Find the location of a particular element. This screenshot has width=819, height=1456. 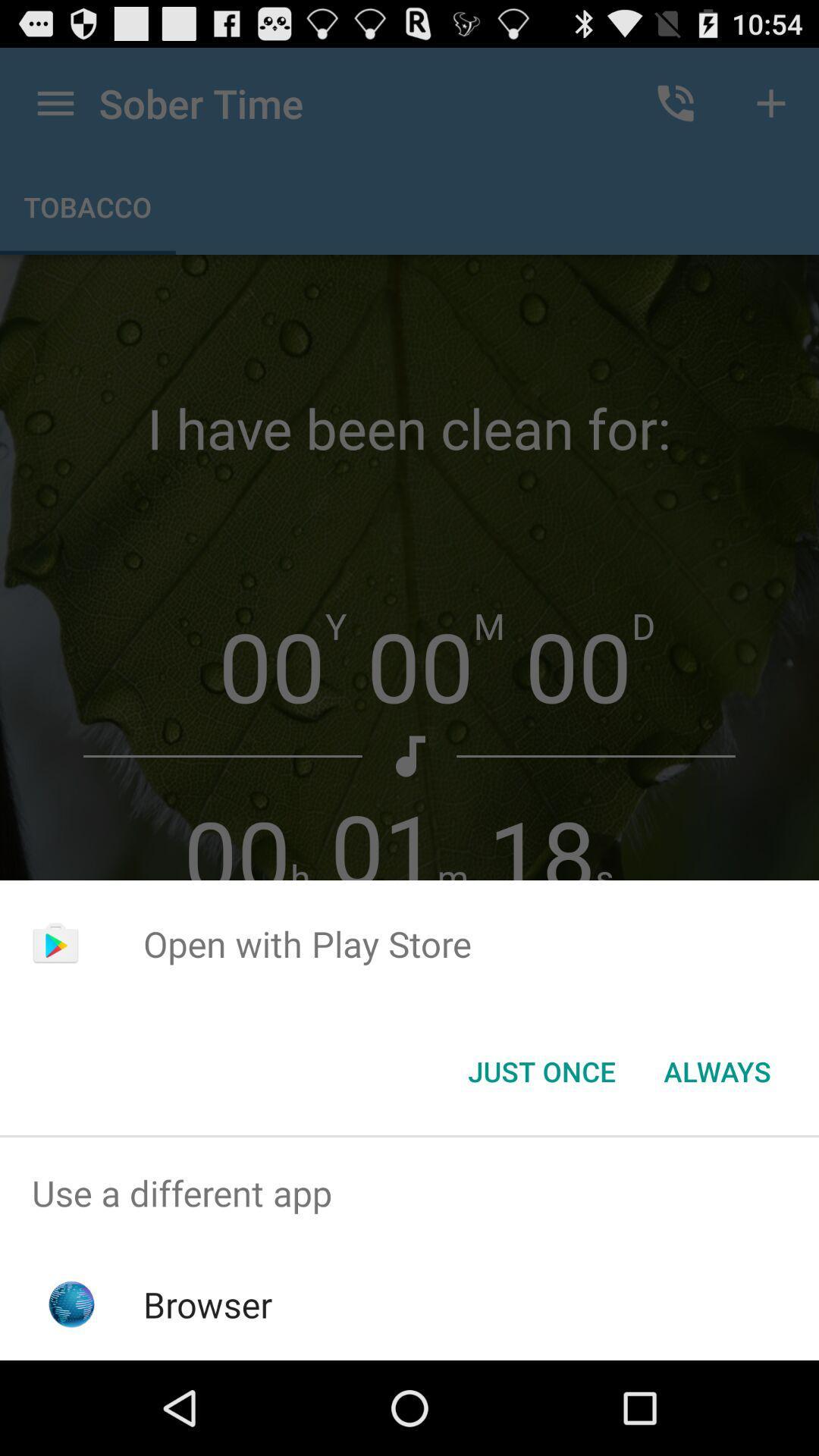

button next to always is located at coordinates (541, 1070).